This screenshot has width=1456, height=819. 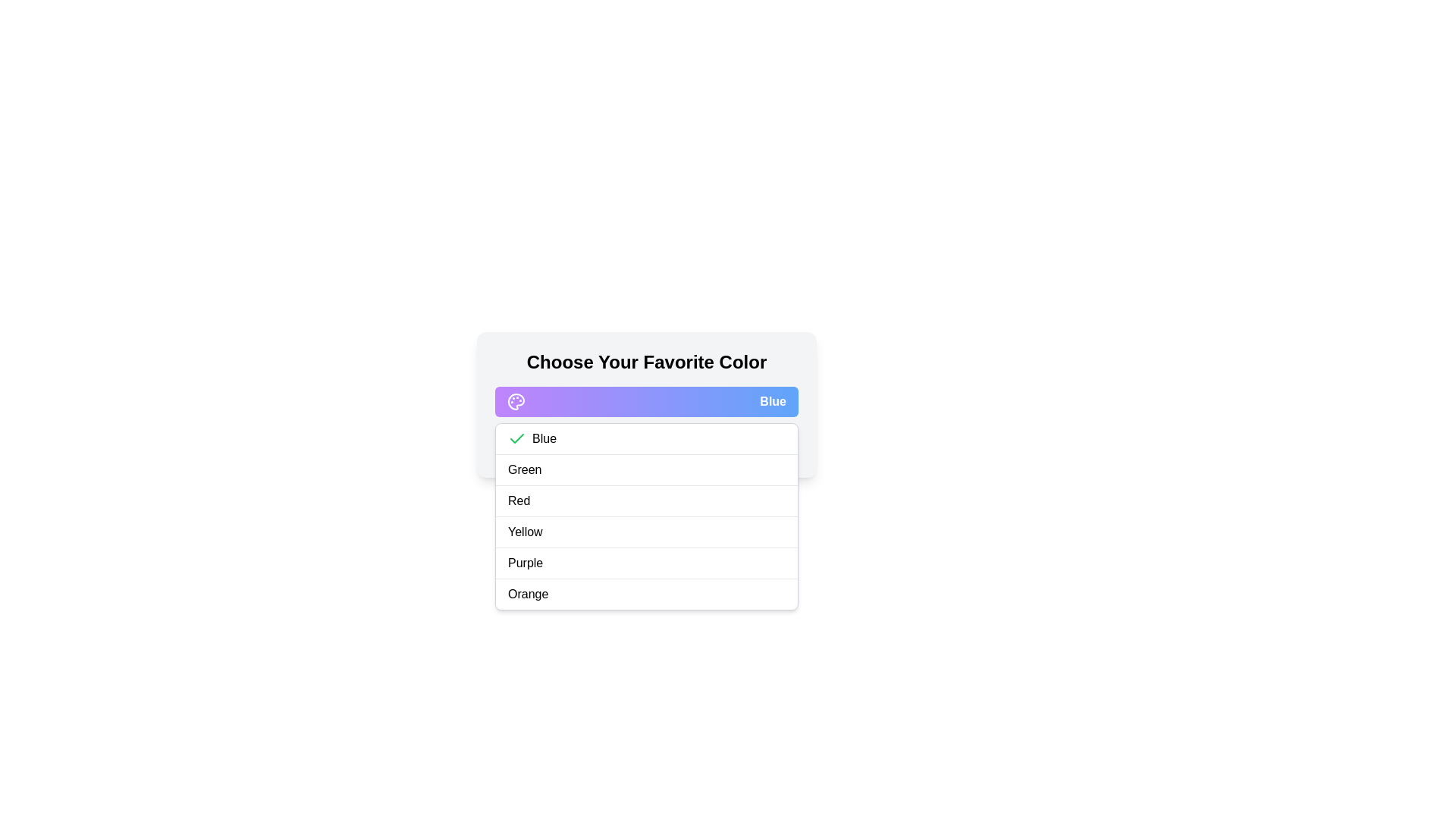 I want to click on the button with a gradient background transitioning from purple to blue, containing the text 'Blue' aligned to the right, located below 'Choose Your Favorite Color', so click(x=647, y=400).